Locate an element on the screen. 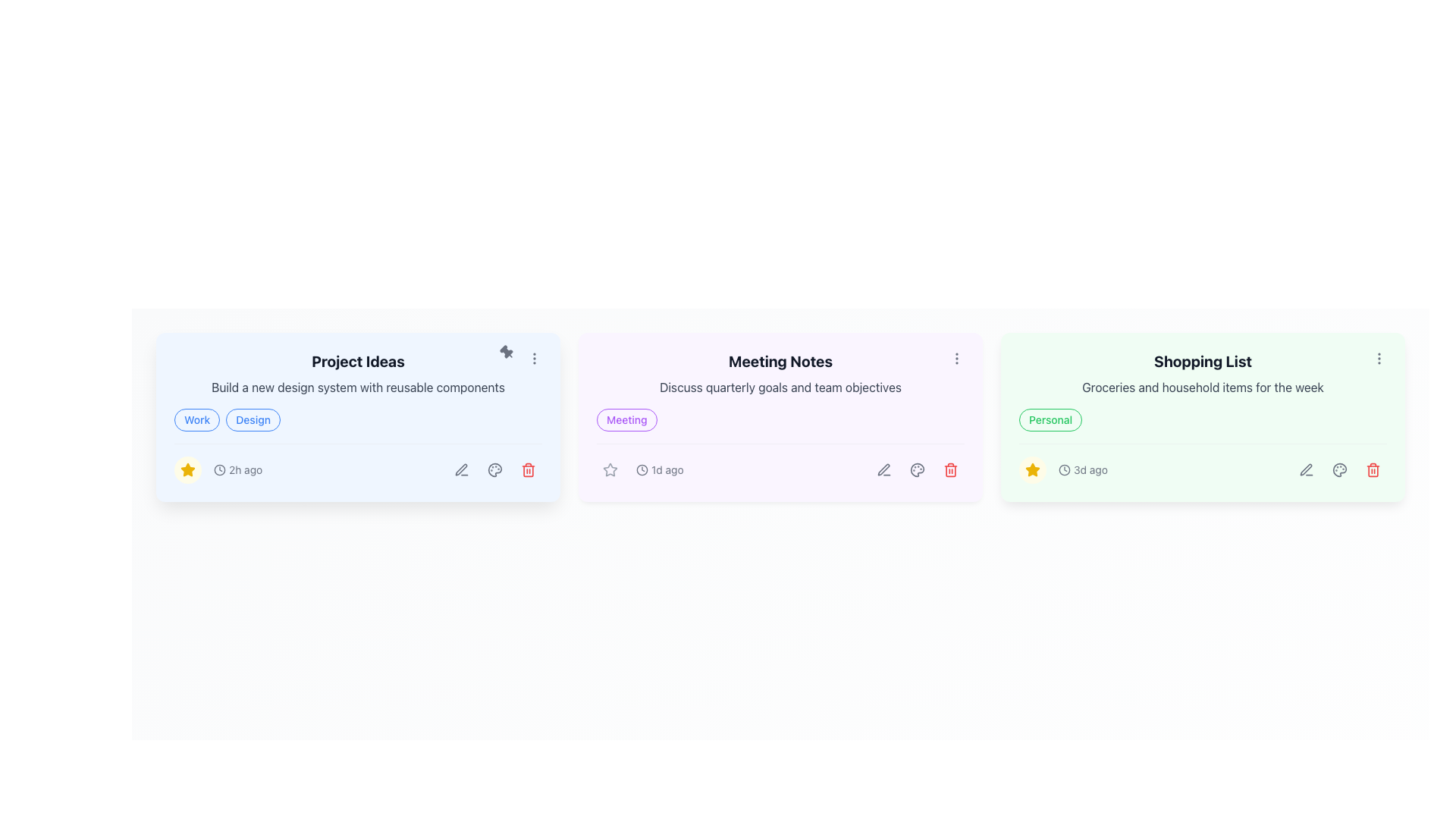 Image resolution: width=1456 pixels, height=819 pixels. the Icon button, which is the second interactive icon in a horizontal set of controls beneath the title 'Project Ideas' in the first card of the layout is located at coordinates (494, 469).